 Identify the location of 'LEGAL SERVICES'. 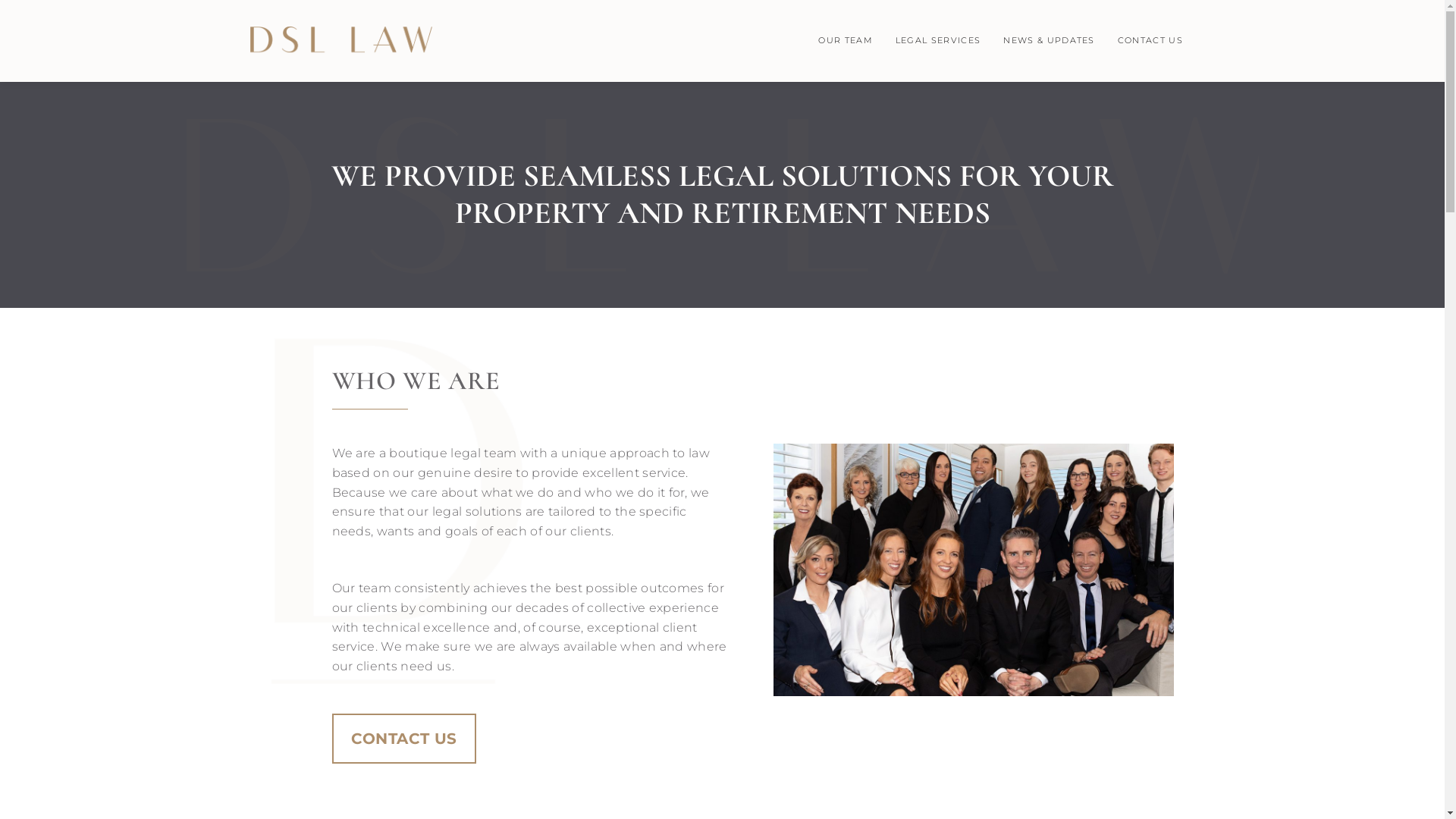
(884, 40).